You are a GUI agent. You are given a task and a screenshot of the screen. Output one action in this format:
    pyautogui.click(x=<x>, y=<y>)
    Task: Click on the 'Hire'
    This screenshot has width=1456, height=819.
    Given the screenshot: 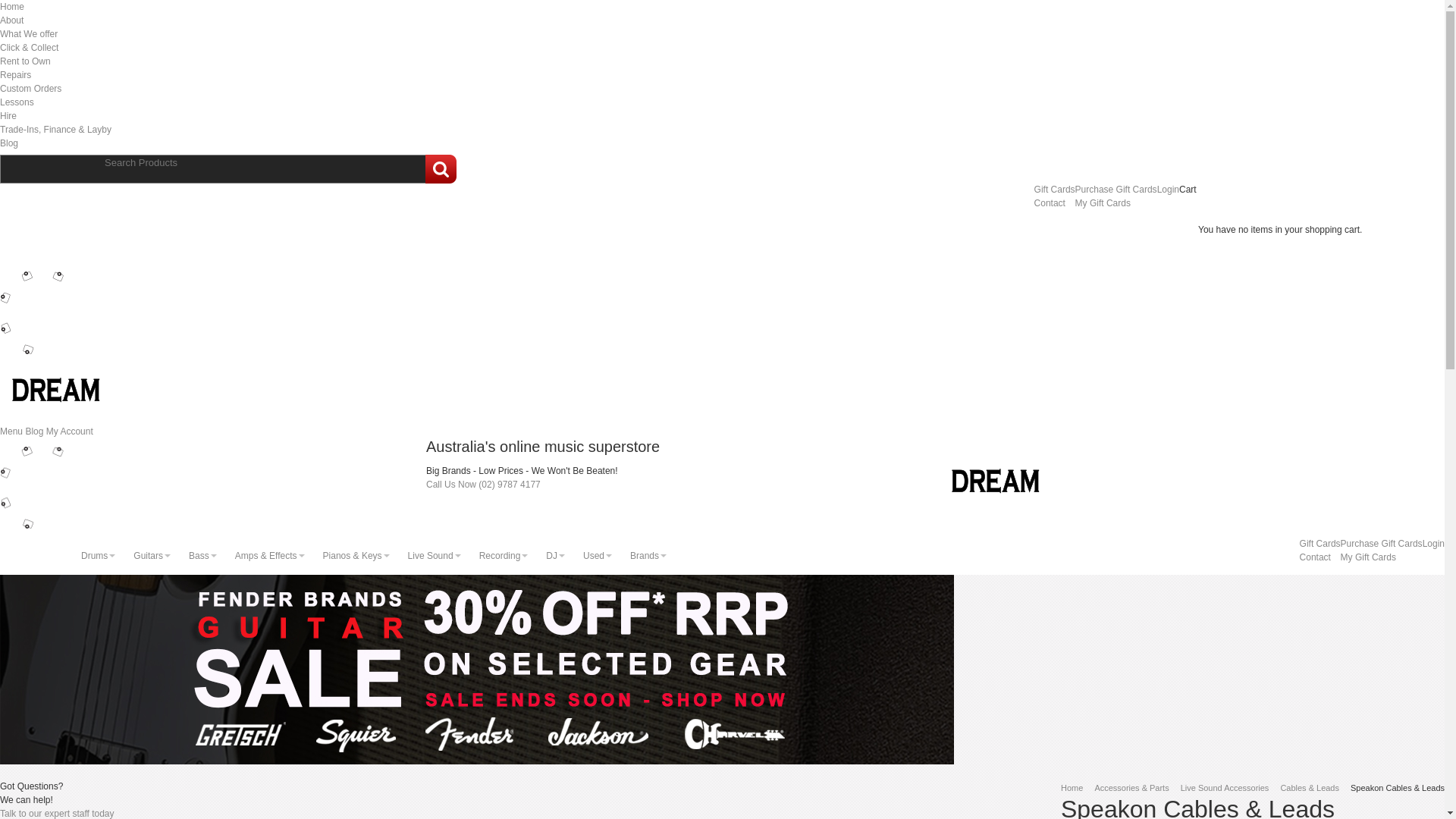 What is the action you would take?
    pyautogui.click(x=8, y=115)
    